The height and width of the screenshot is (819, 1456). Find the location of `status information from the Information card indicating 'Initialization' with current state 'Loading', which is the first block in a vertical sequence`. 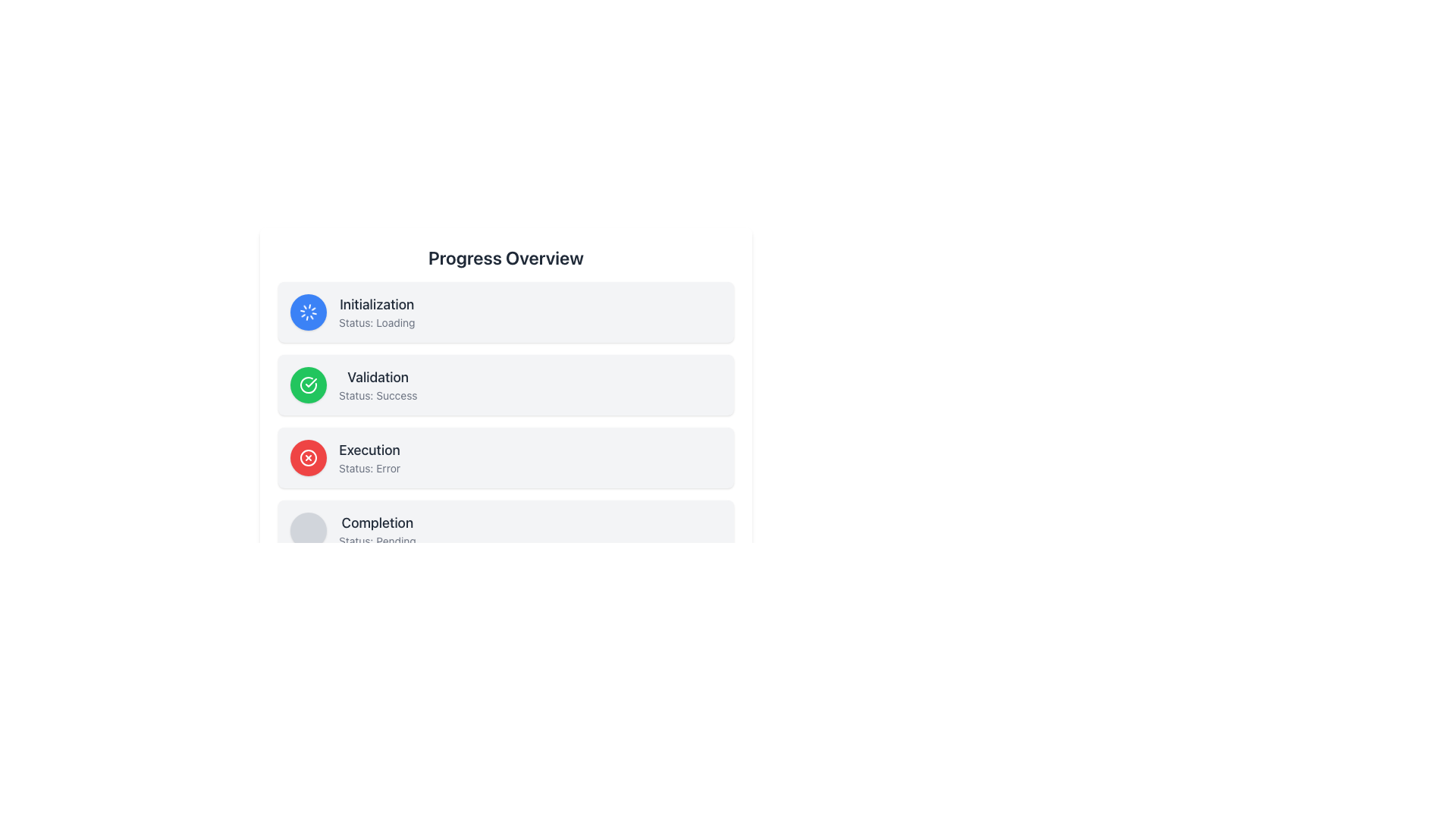

status information from the Information card indicating 'Initialization' with current state 'Loading', which is the first block in a vertical sequence is located at coordinates (352, 312).